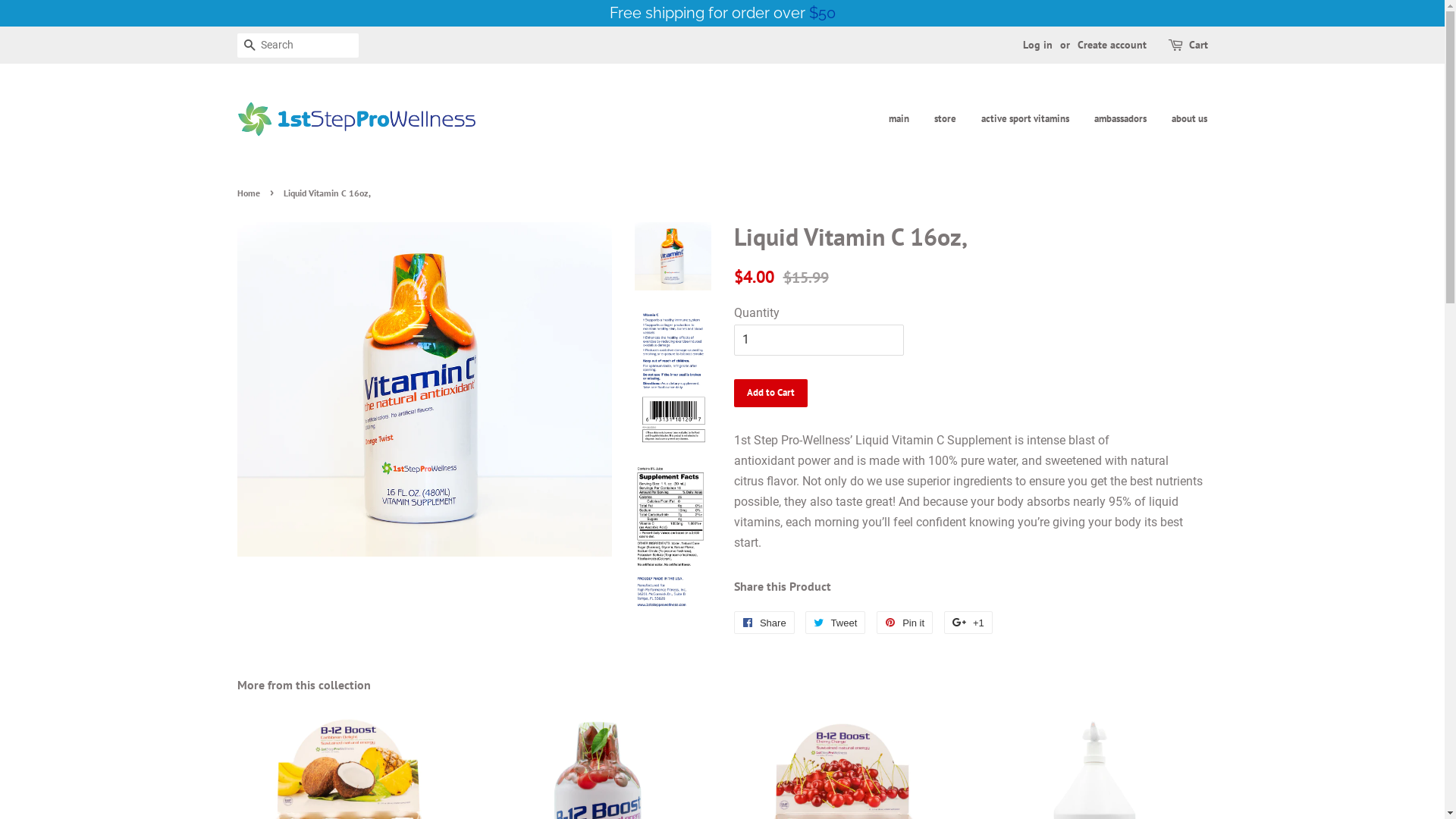 The image size is (1456, 819). I want to click on 'main', so click(888, 118).